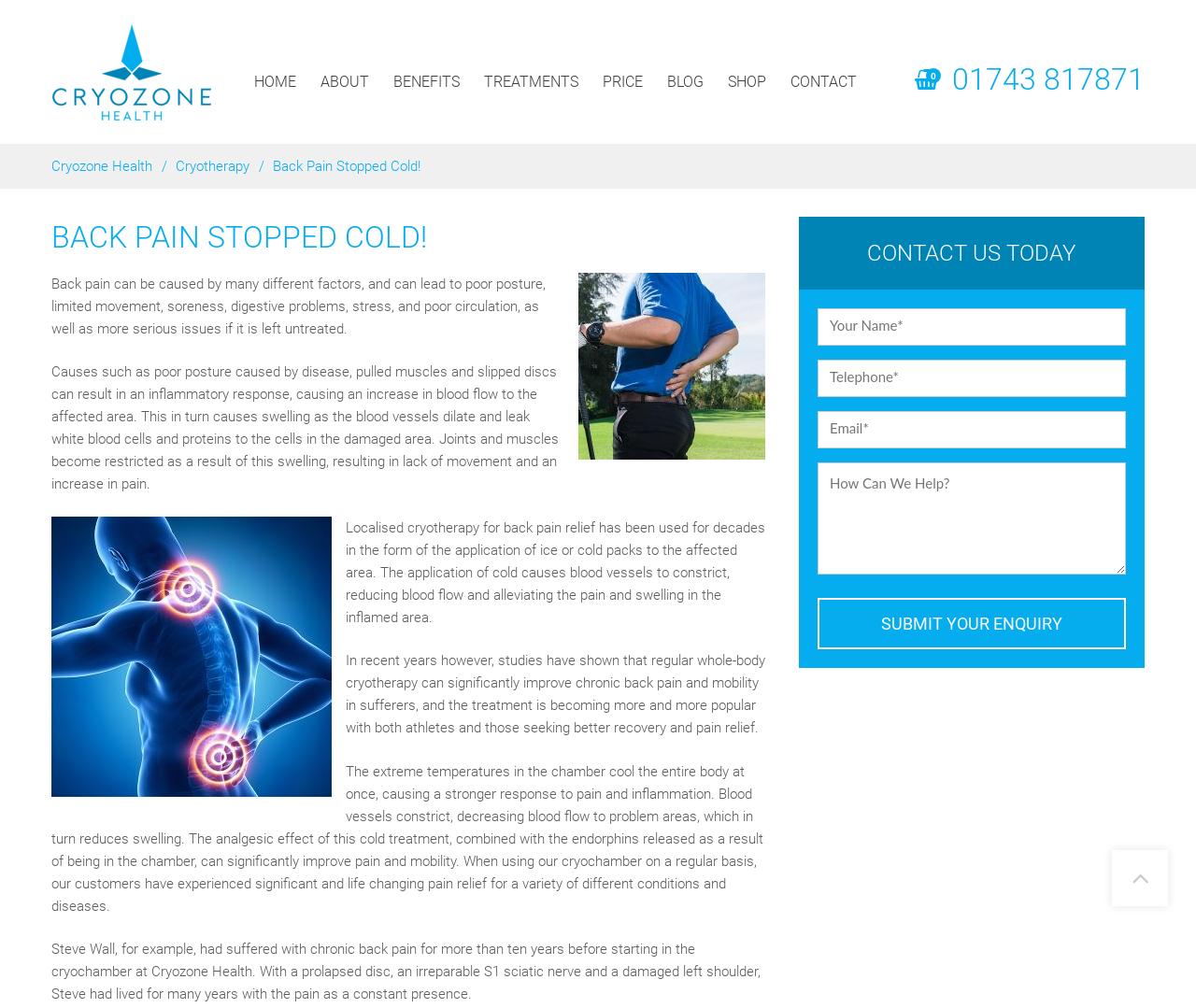  What do you see at coordinates (1048, 79) in the screenshot?
I see `'01743 817871'` at bounding box center [1048, 79].